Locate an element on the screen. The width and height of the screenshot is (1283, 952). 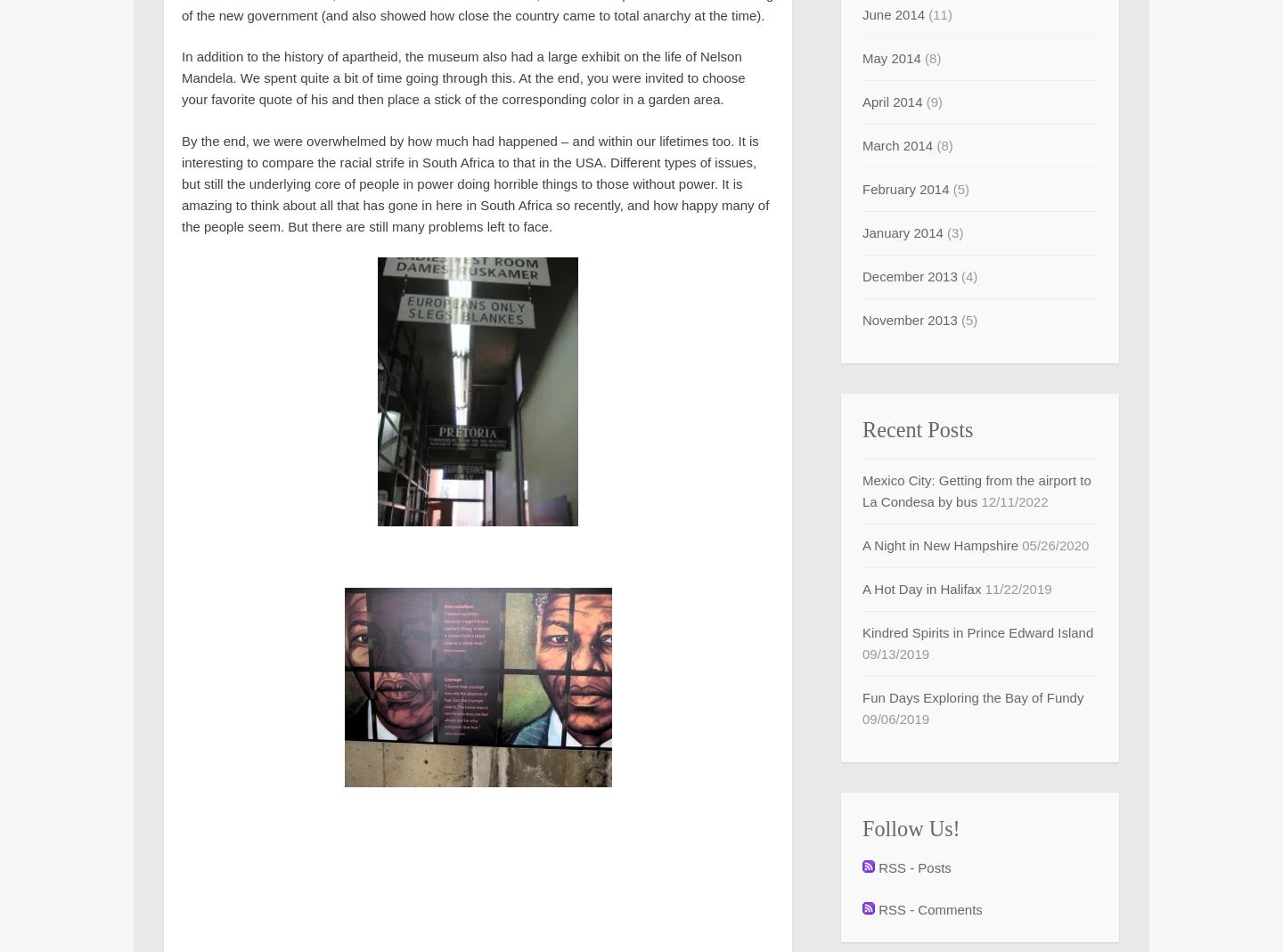
'RSS - Posts' is located at coordinates (877, 867).